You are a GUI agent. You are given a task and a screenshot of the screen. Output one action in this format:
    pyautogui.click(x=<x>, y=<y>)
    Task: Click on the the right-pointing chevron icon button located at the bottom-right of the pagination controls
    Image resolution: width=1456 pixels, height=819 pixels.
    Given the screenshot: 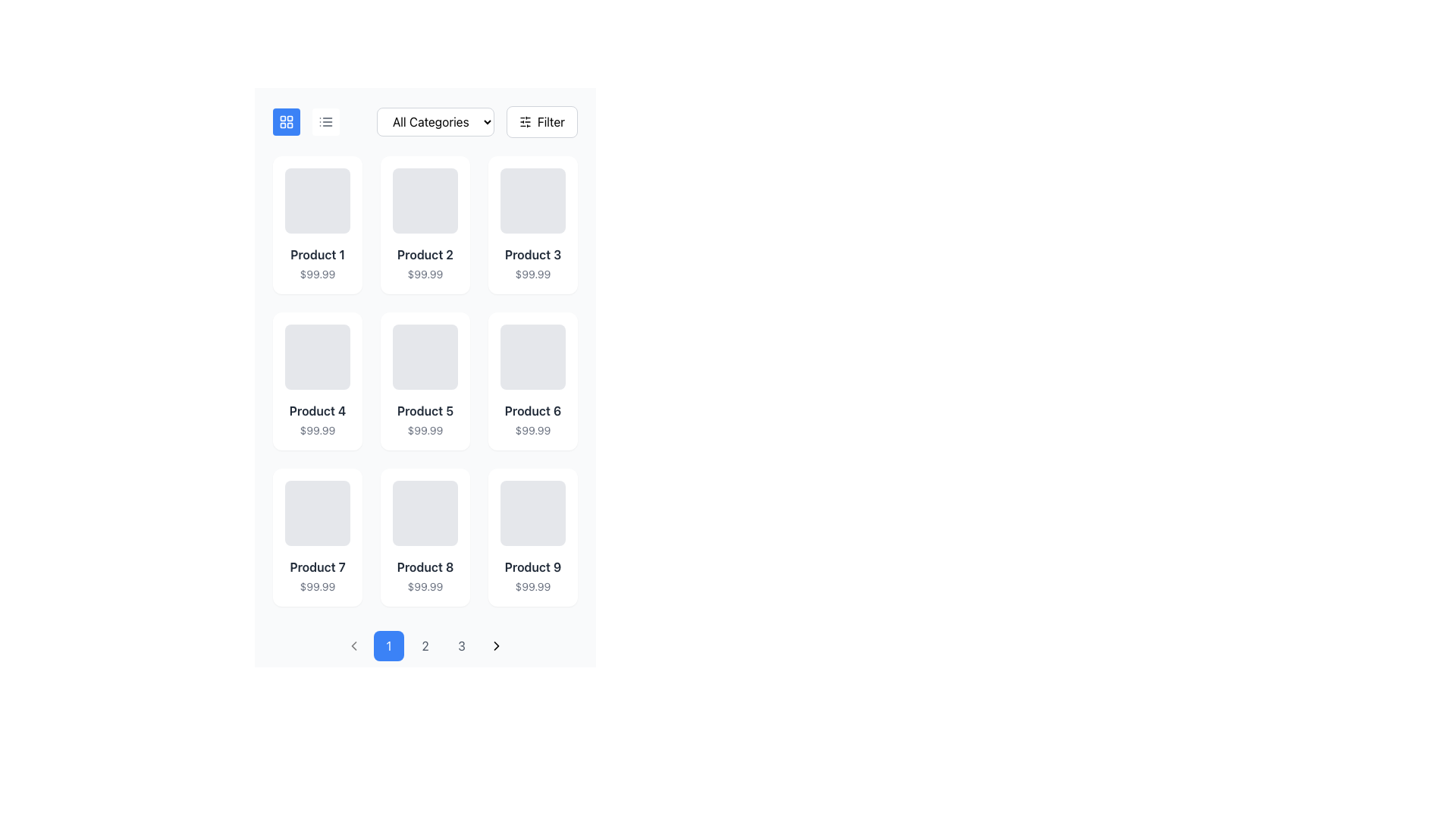 What is the action you would take?
    pyautogui.click(x=496, y=646)
    